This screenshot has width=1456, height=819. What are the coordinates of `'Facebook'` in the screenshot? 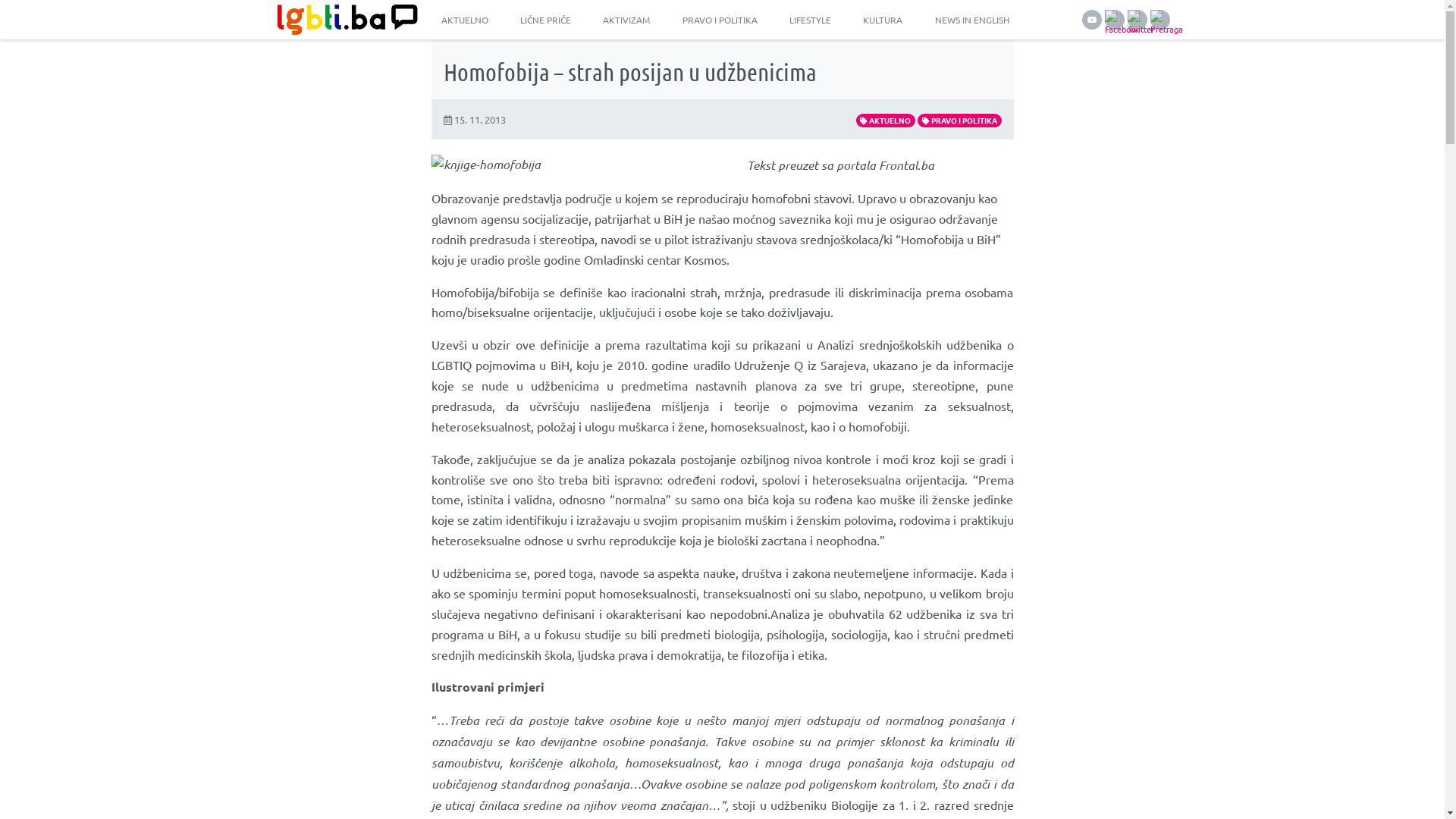 It's located at (1113, 20).